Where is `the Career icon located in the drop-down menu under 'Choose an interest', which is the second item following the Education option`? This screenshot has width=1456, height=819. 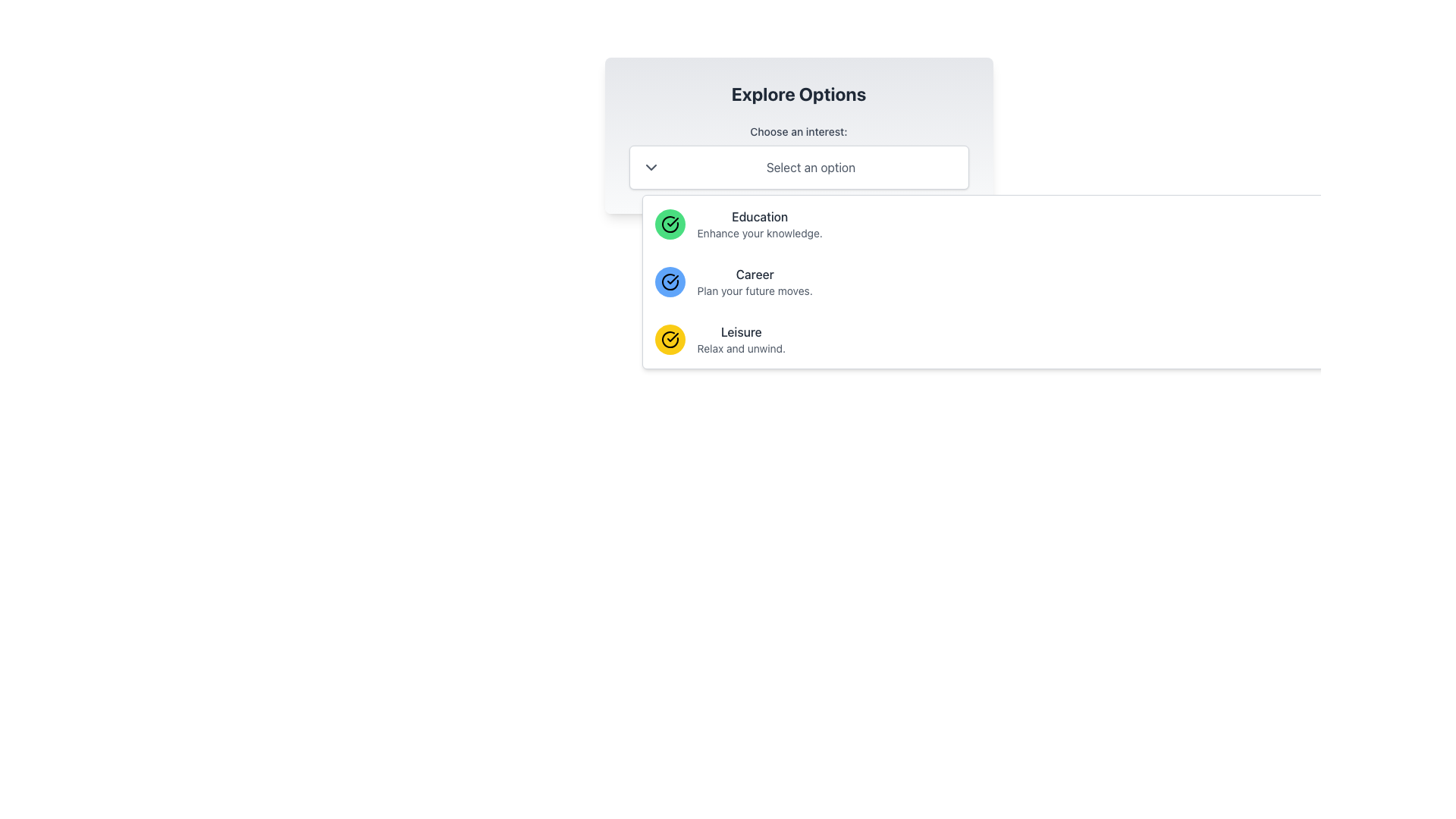
the Career icon located in the drop-down menu under 'Choose an interest', which is the second item following the Education option is located at coordinates (669, 281).